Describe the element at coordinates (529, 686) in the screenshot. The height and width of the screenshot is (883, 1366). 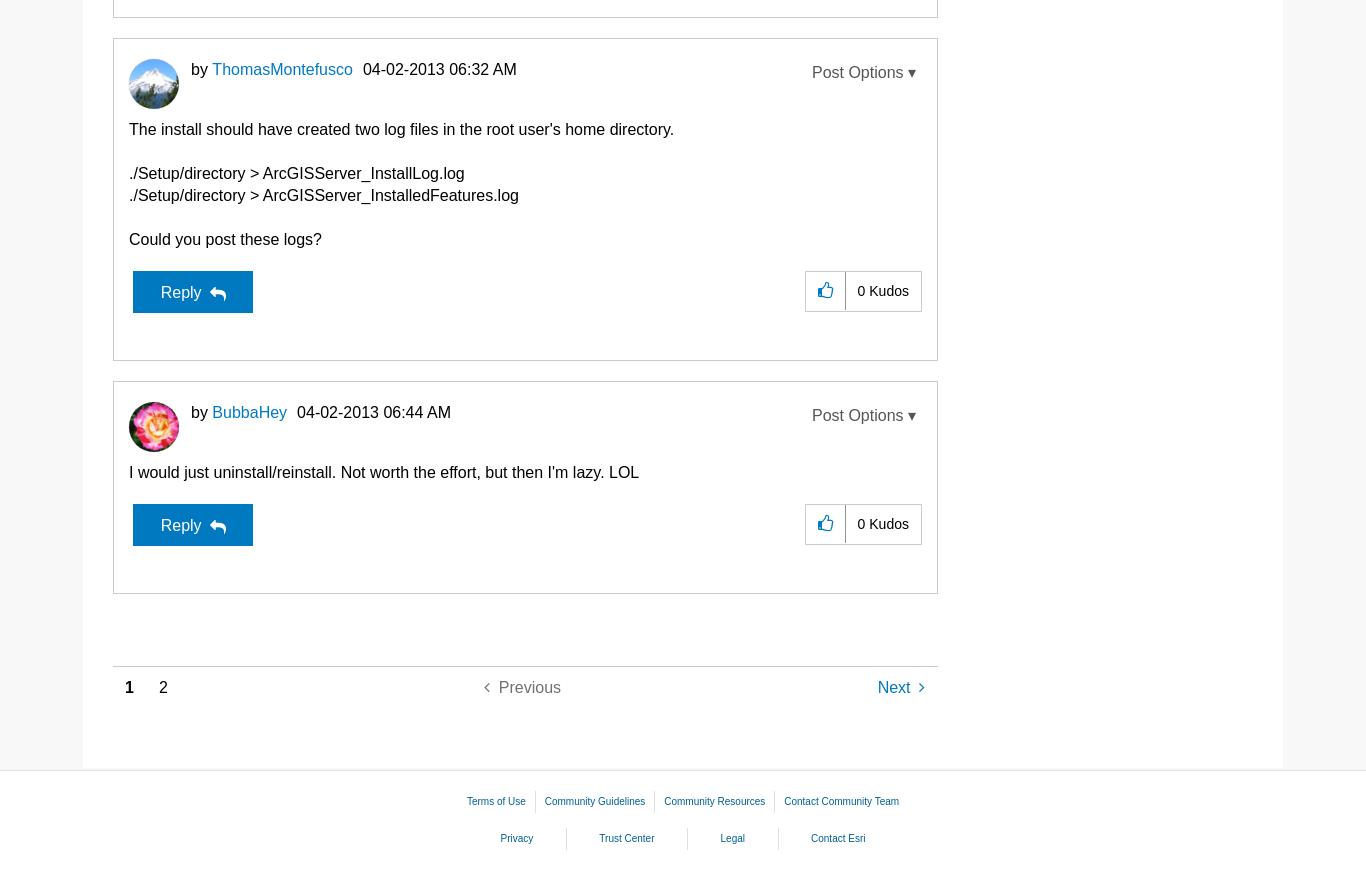
I see `'Previous'` at that location.